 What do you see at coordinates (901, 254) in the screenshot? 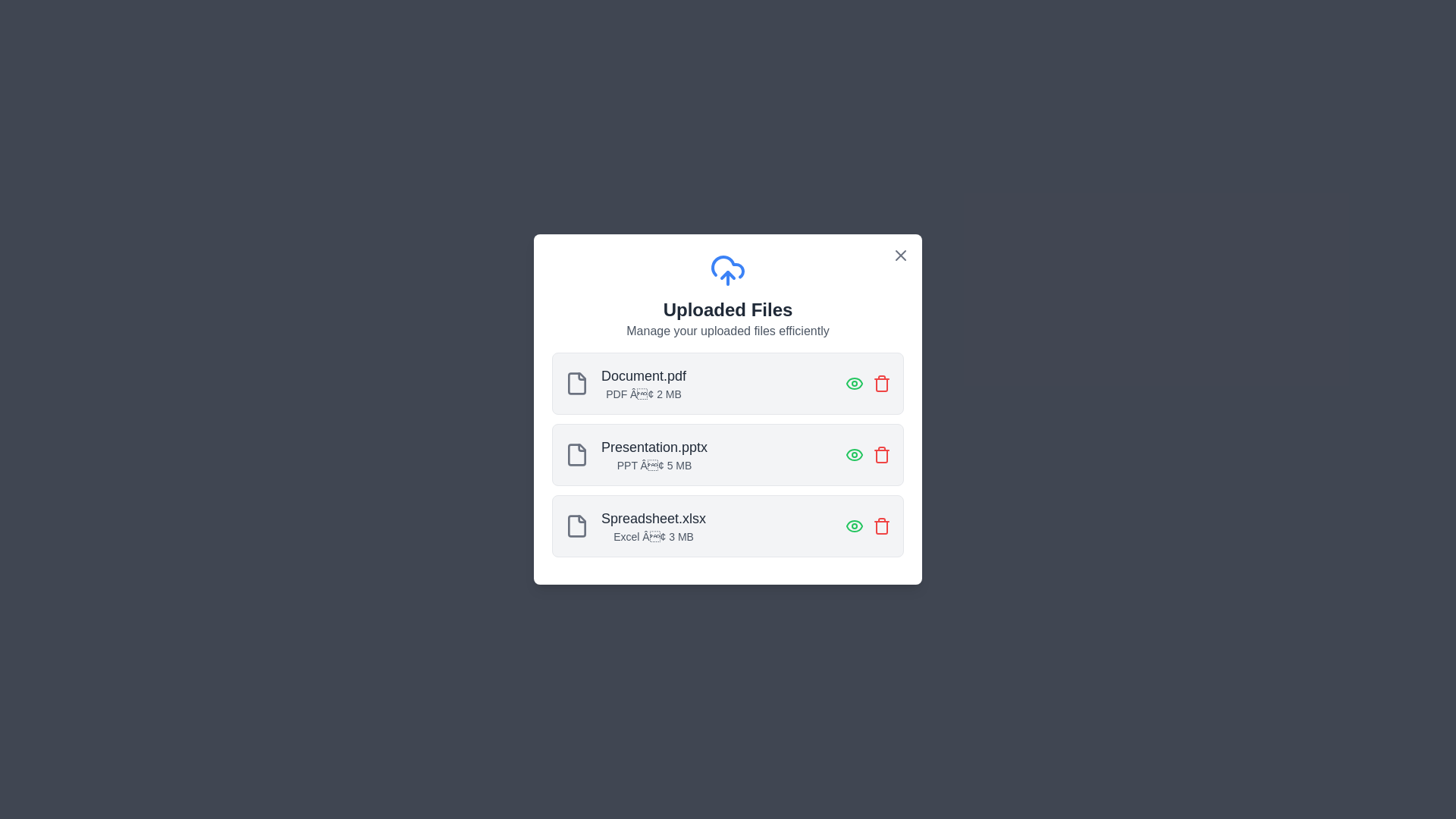
I see `the close button, styled as an 'X' icon, located at the top-right corner of the 'Uploaded Files' modal` at bounding box center [901, 254].